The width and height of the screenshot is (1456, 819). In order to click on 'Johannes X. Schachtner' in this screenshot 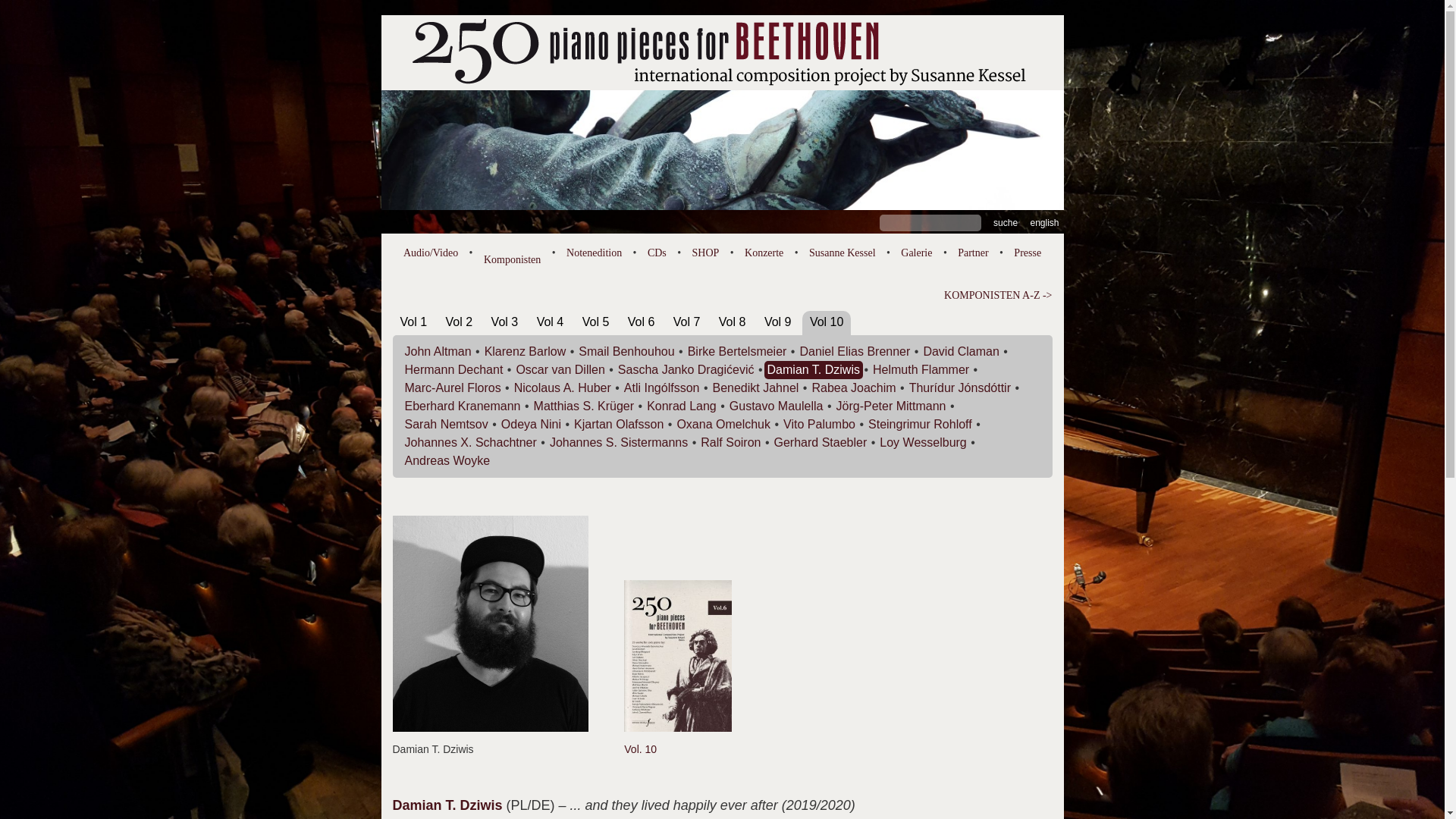, I will do `click(404, 442)`.